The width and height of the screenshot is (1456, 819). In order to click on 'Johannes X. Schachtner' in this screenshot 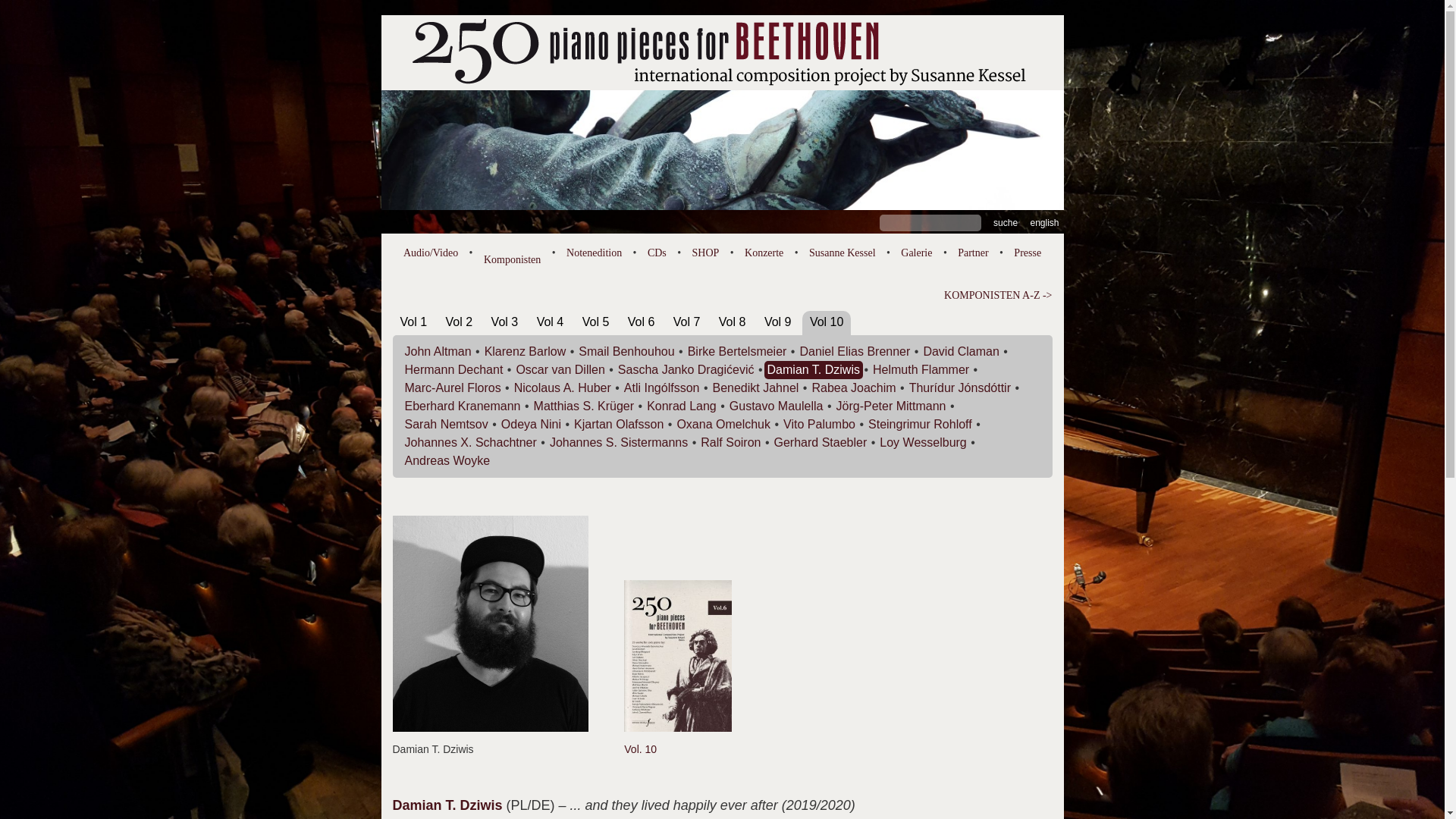, I will do `click(404, 442)`.